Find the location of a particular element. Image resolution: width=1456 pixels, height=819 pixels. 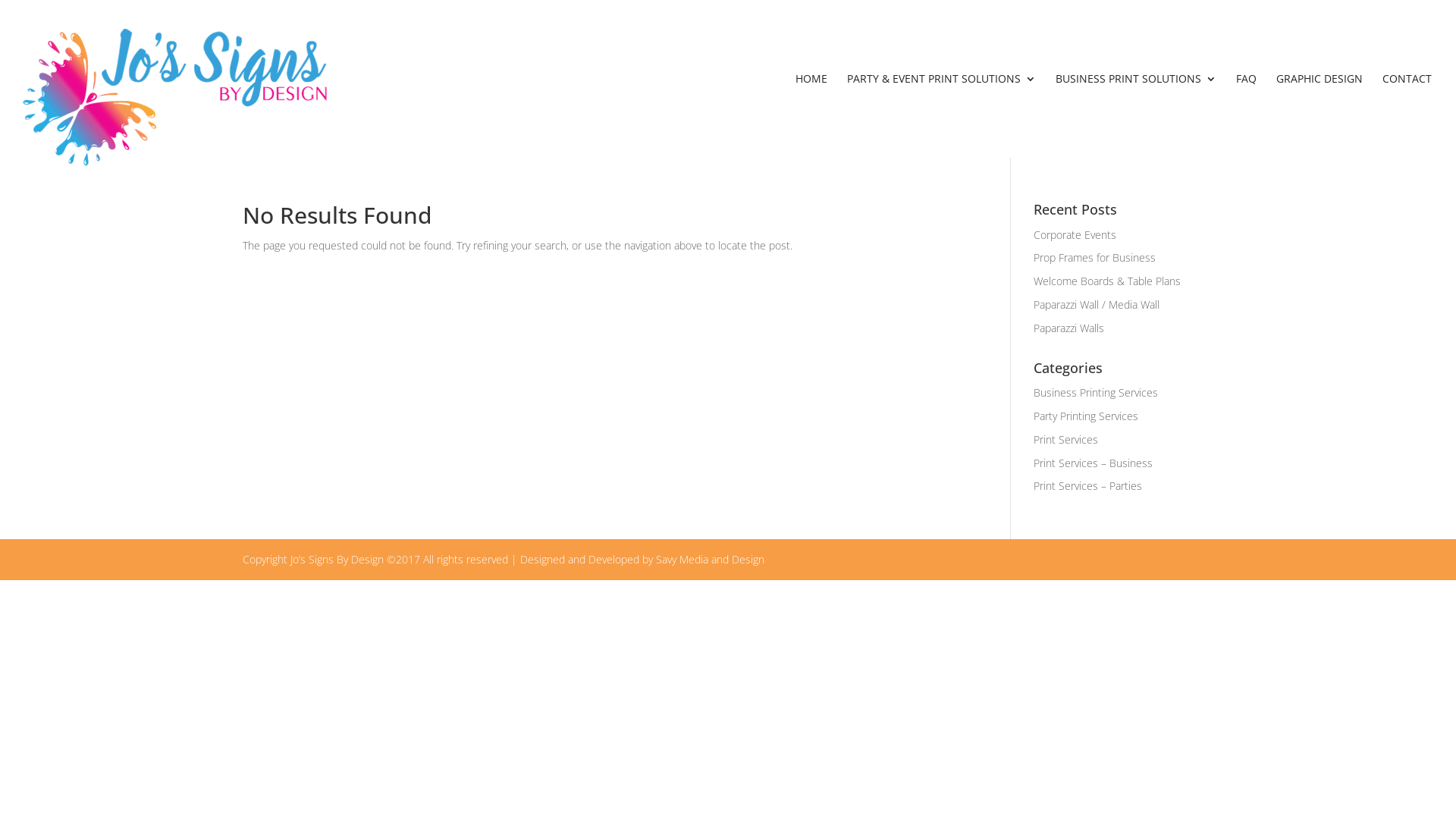

'GRAPHIC DESIGN' is located at coordinates (1318, 115).